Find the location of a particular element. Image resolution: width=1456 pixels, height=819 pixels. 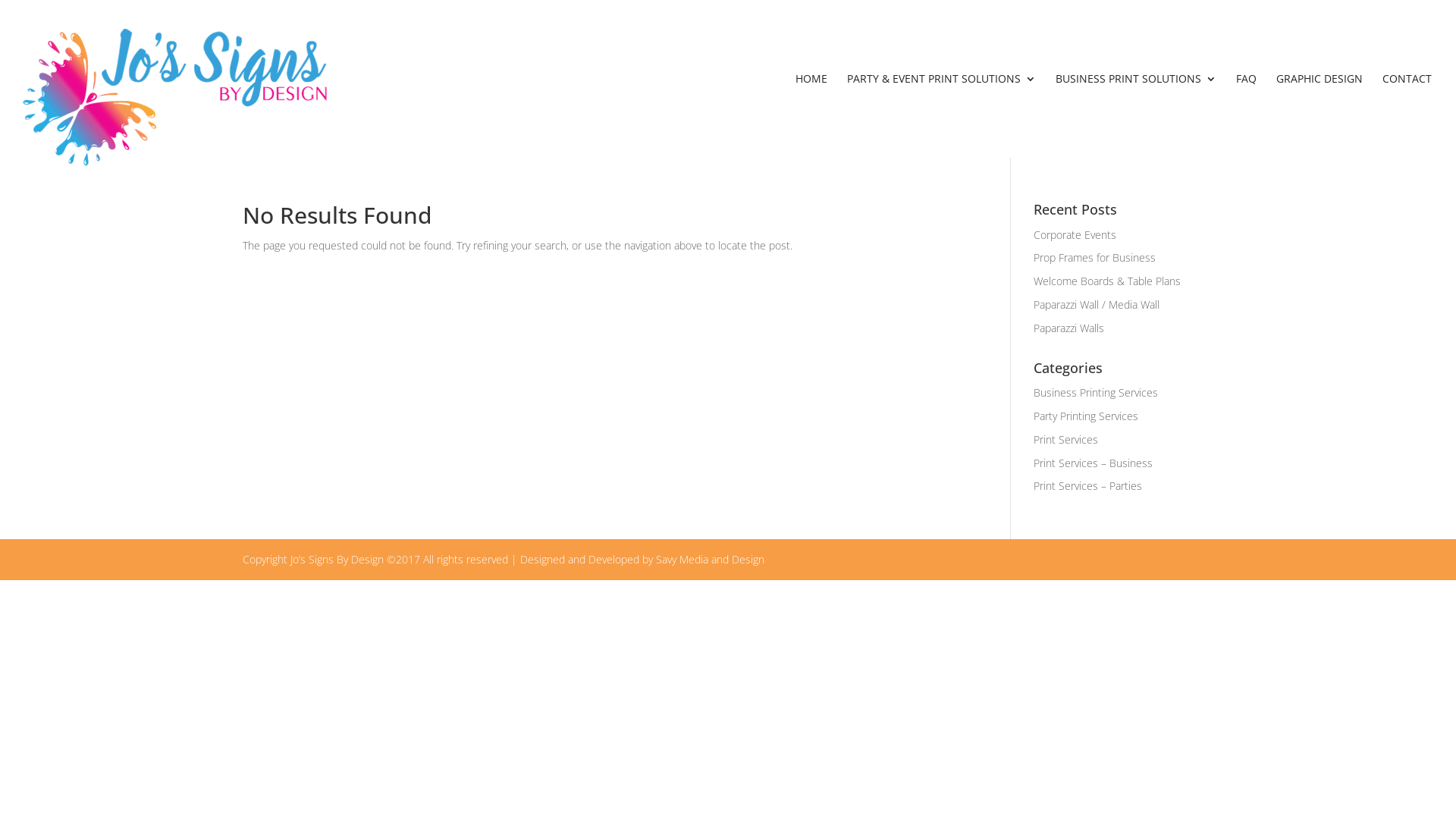

'GRAPHIC DESIGN' is located at coordinates (1318, 115).